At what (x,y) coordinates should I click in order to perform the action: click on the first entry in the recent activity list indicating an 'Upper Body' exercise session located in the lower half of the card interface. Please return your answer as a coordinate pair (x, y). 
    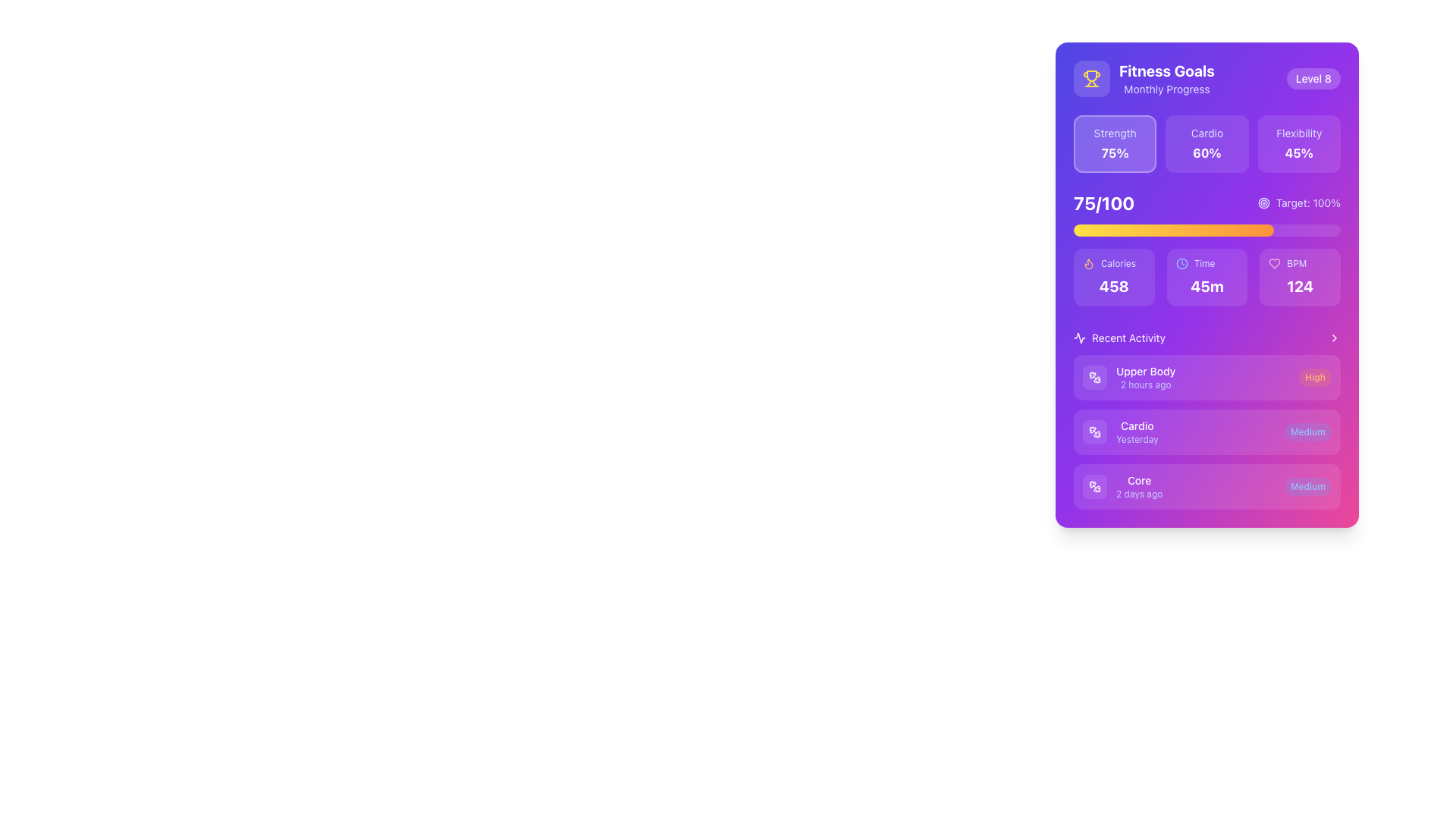
    Looking at the image, I should click on (1129, 376).